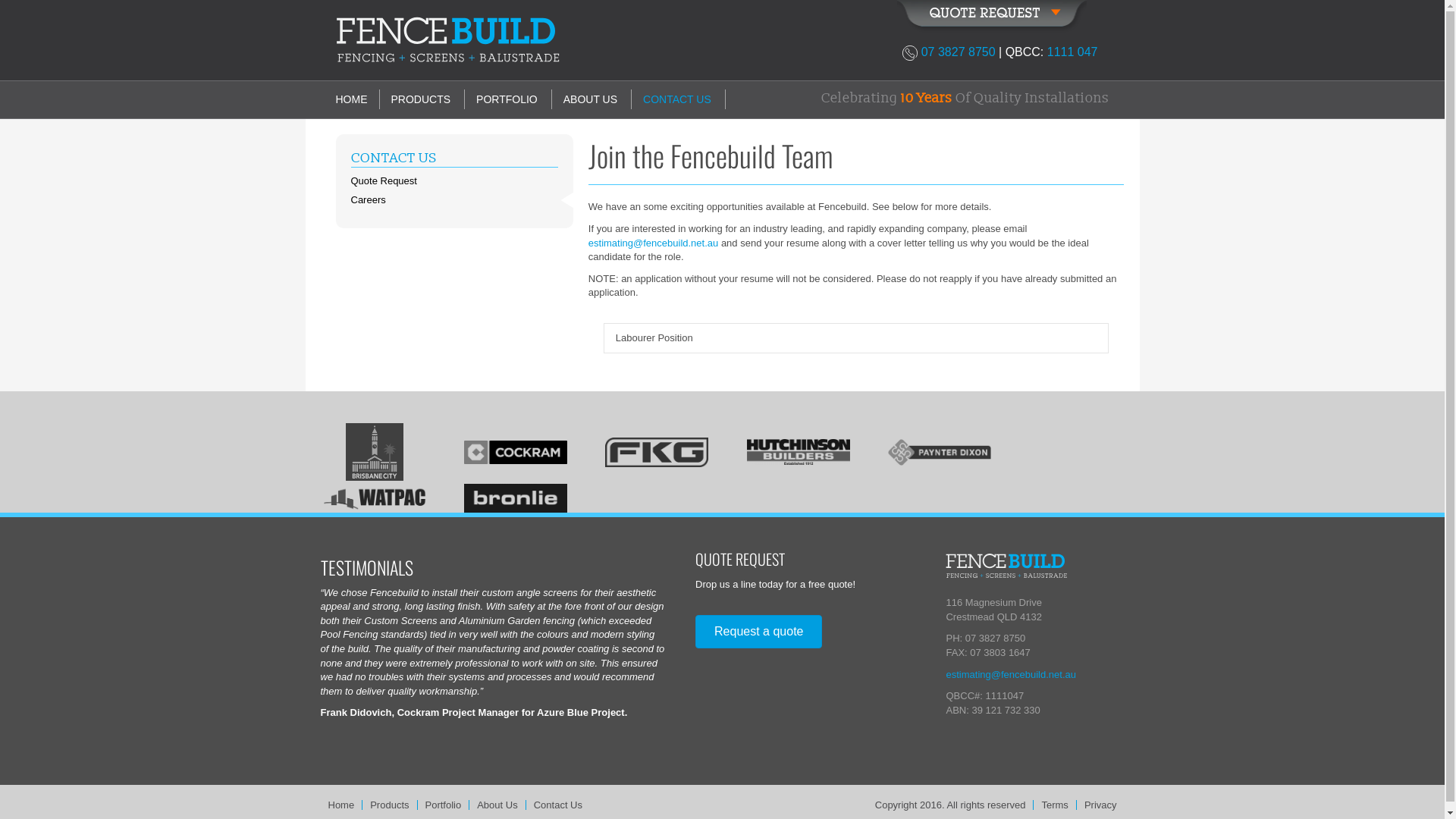  Describe the element at coordinates (356, 99) in the screenshot. I see `'HOME'` at that location.